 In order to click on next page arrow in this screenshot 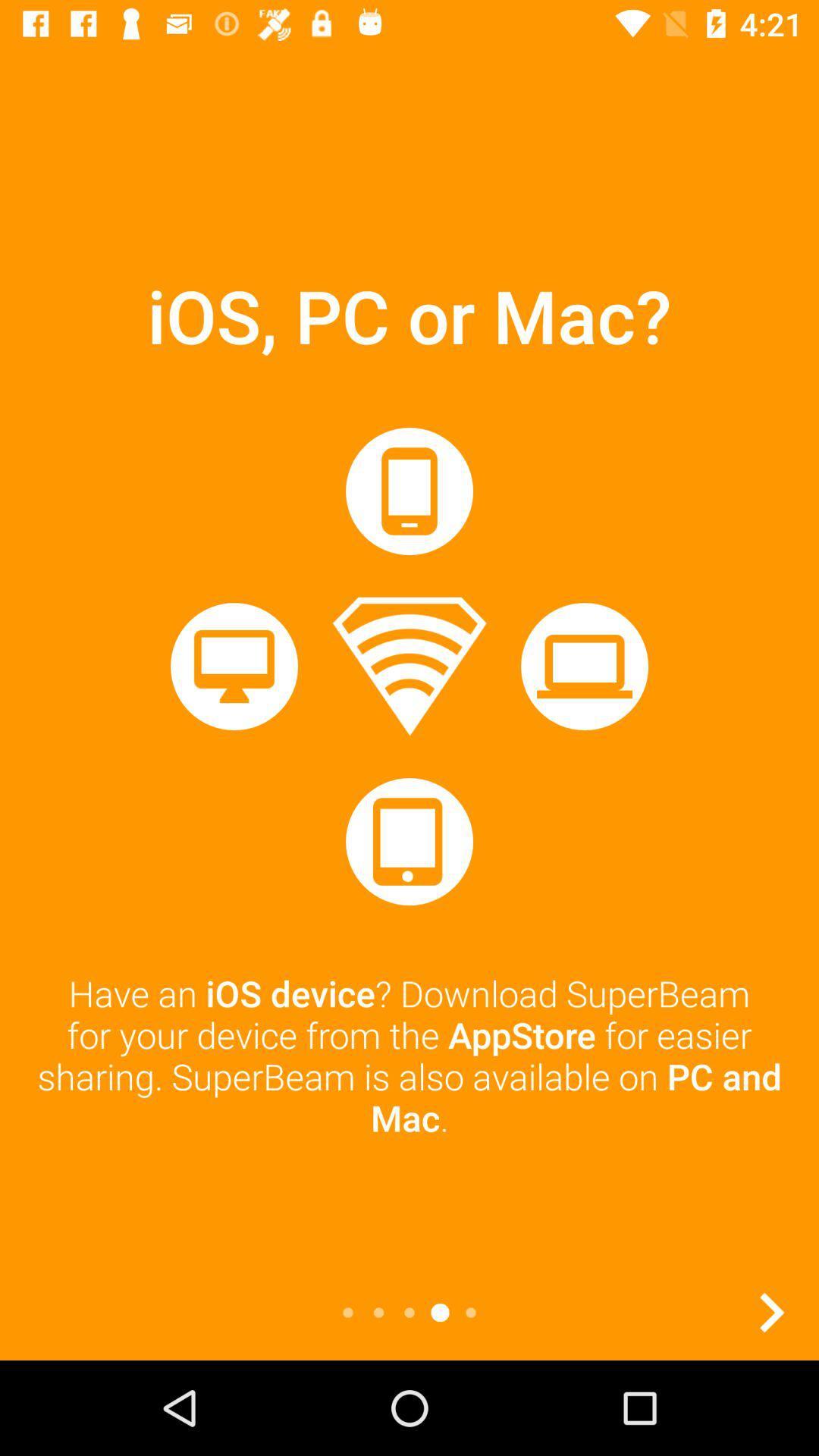, I will do `click(771, 1312)`.